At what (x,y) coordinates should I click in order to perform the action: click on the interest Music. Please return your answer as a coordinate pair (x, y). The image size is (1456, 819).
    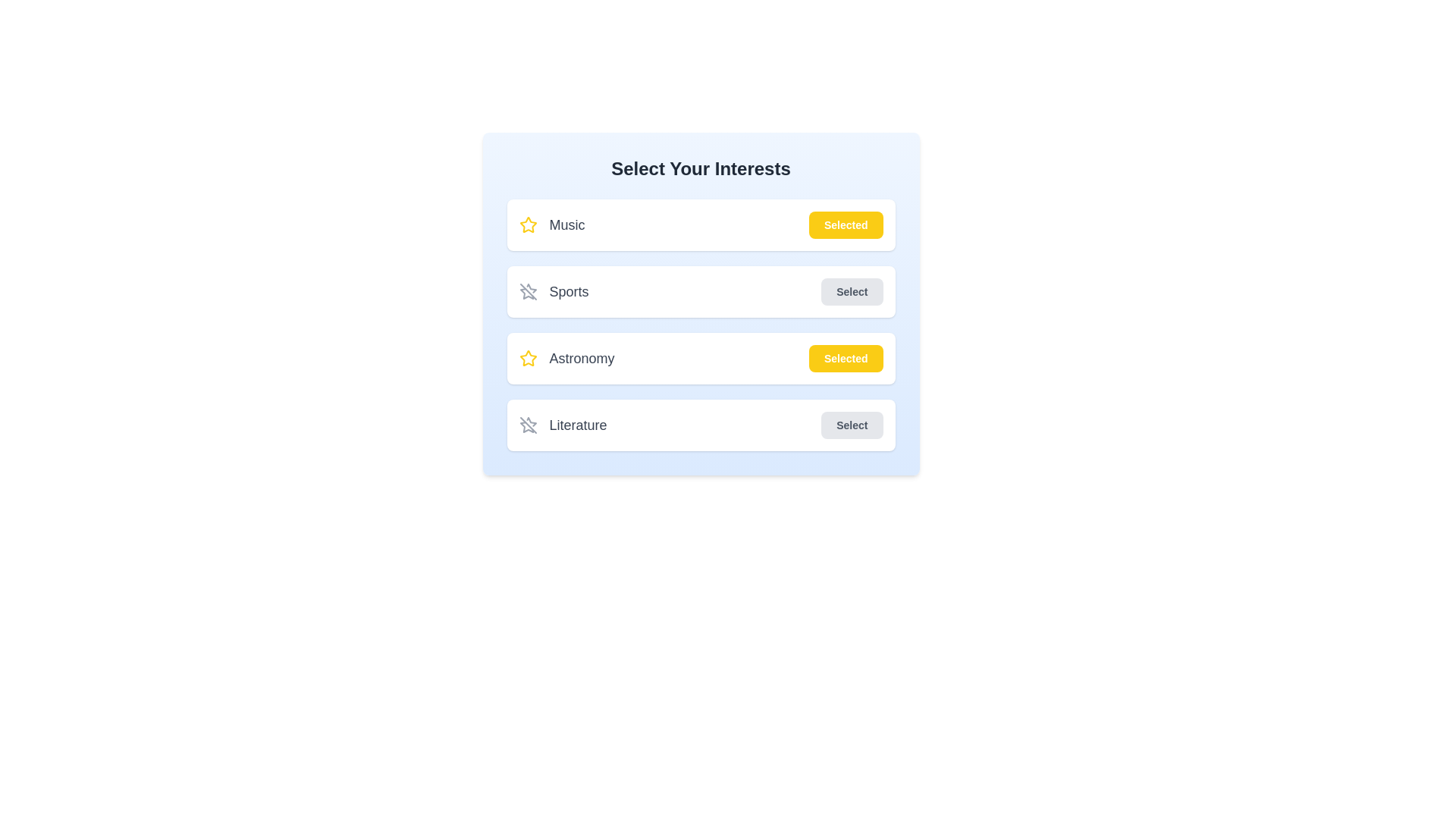
    Looking at the image, I should click on (845, 225).